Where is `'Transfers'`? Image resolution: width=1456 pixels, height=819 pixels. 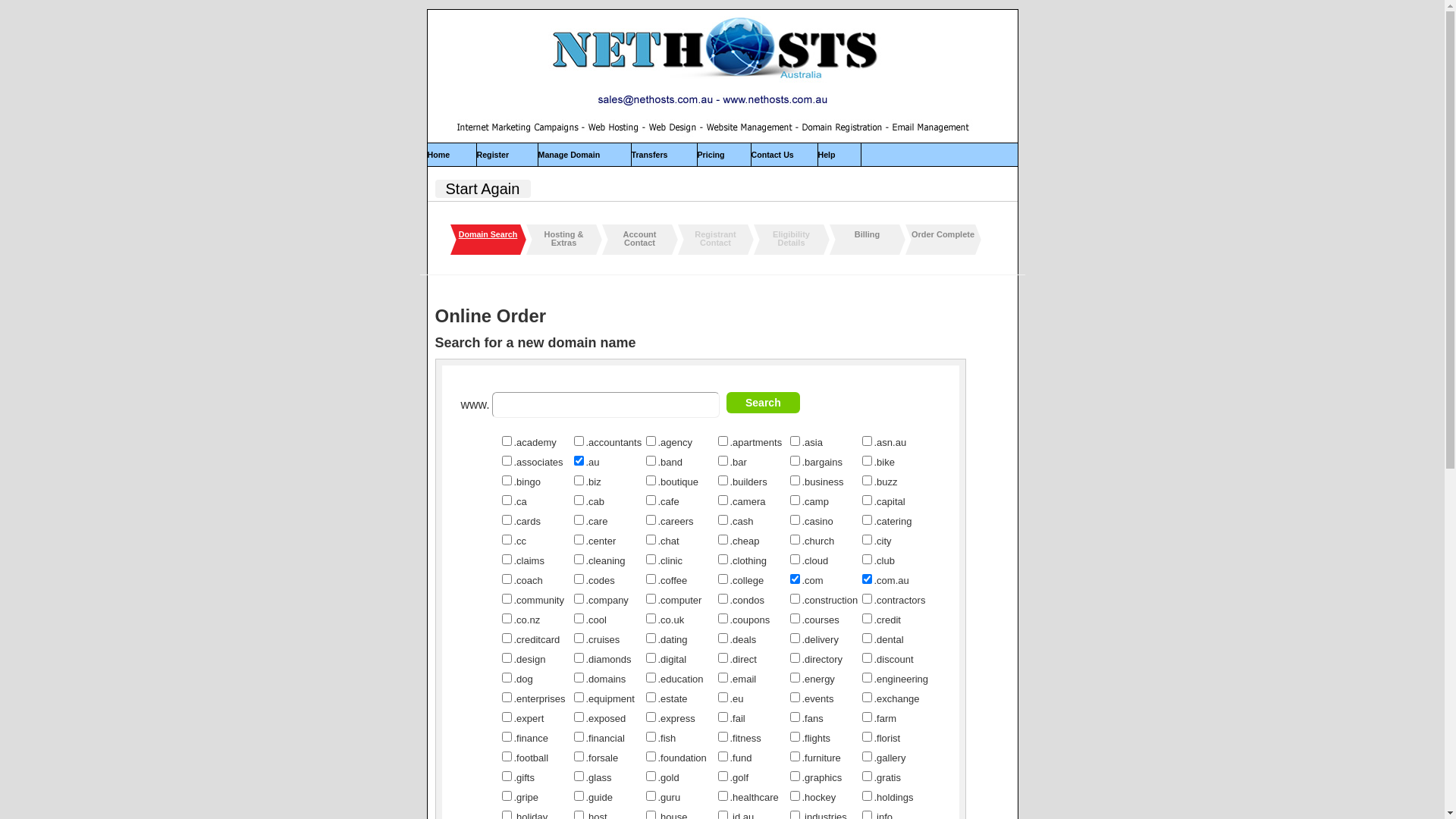
'Transfers' is located at coordinates (648, 155).